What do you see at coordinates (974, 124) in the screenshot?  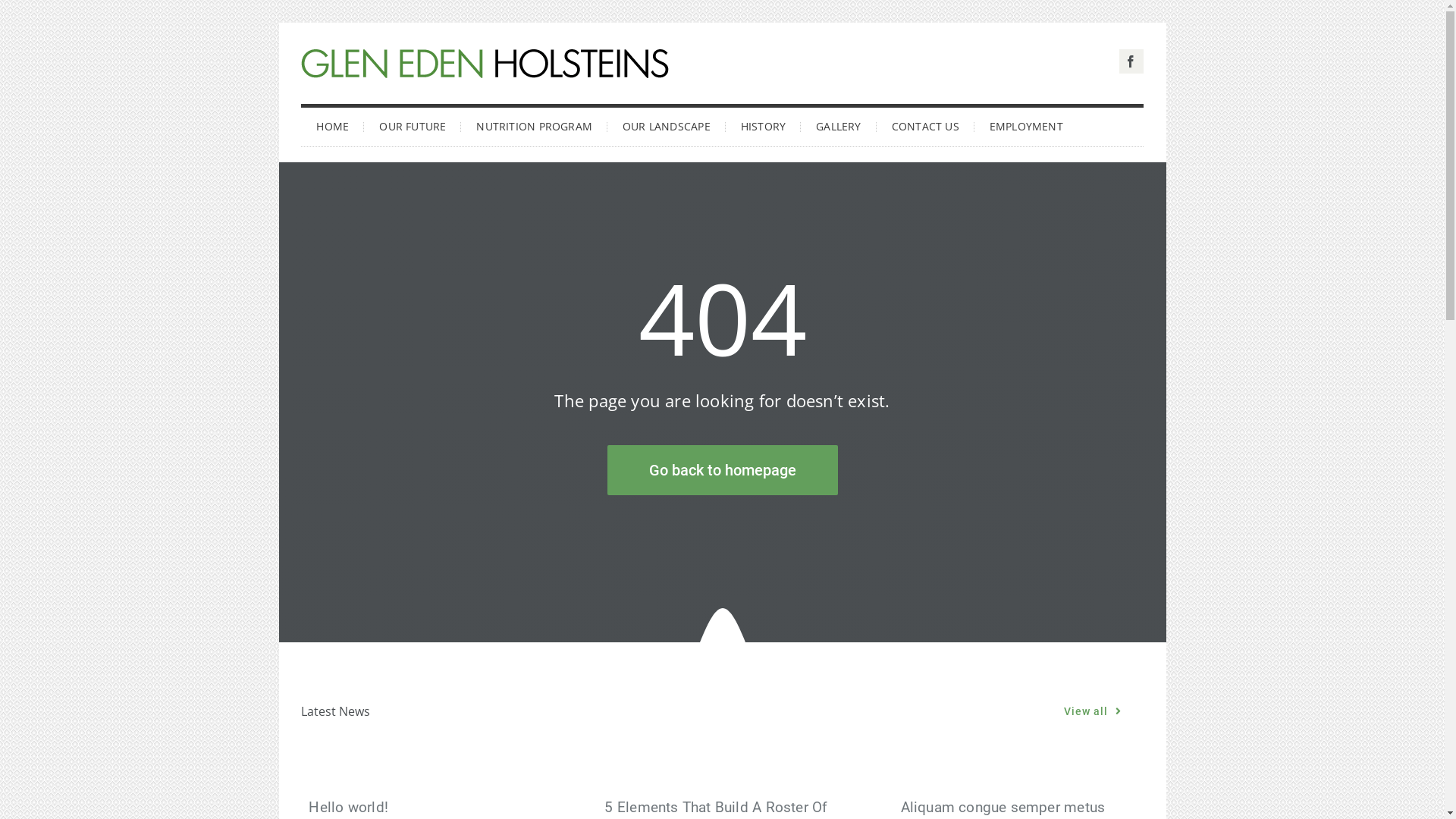 I see `'EMPLOYMENT'` at bounding box center [974, 124].